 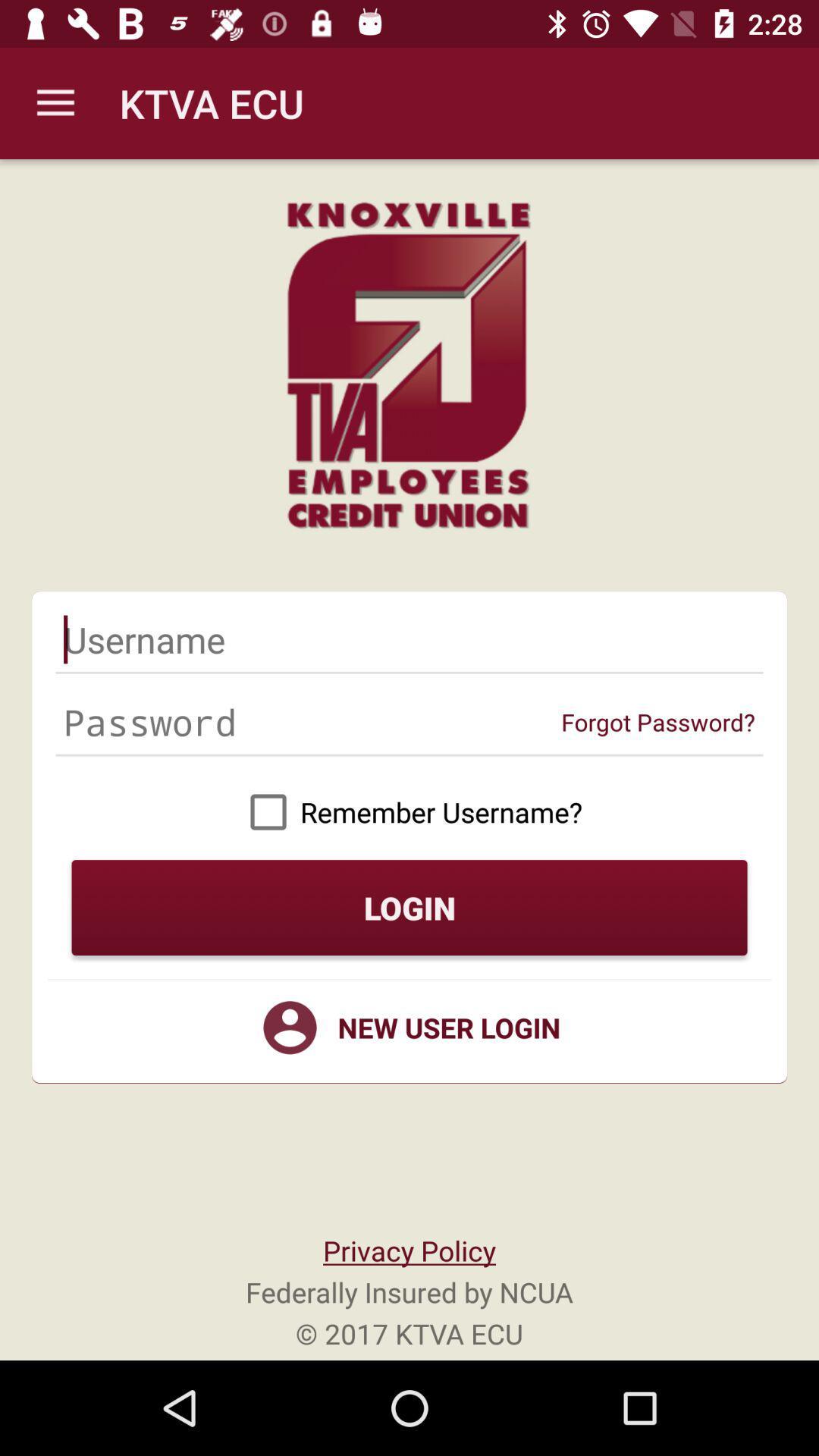 What do you see at coordinates (55, 102) in the screenshot?
I see `the icon to the left of ktva ecu item` at bounding box center [55, 102].